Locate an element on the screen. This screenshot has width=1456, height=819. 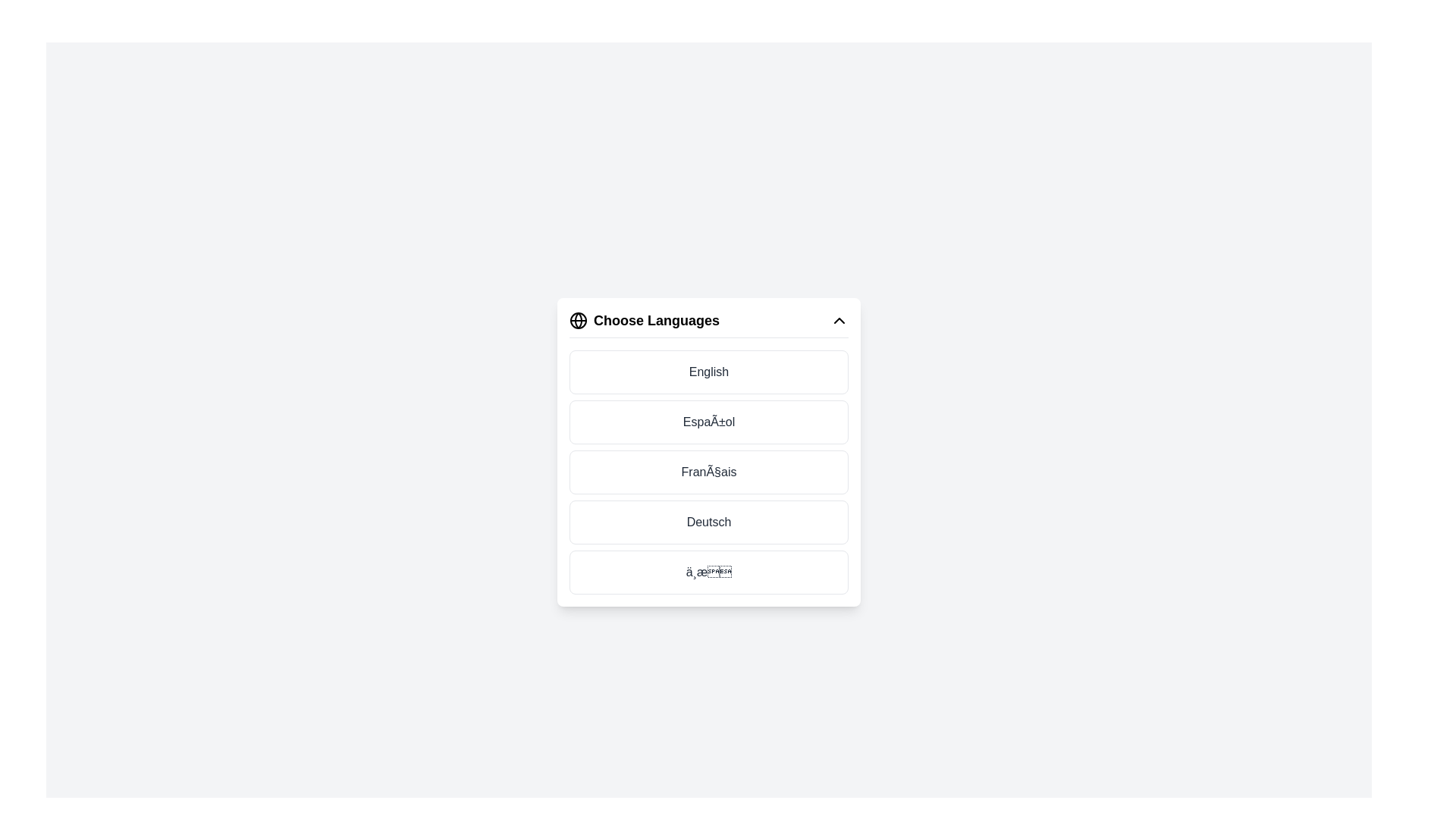
the 'Choose Languages' dropdown header is located at coordinates (708, 323).